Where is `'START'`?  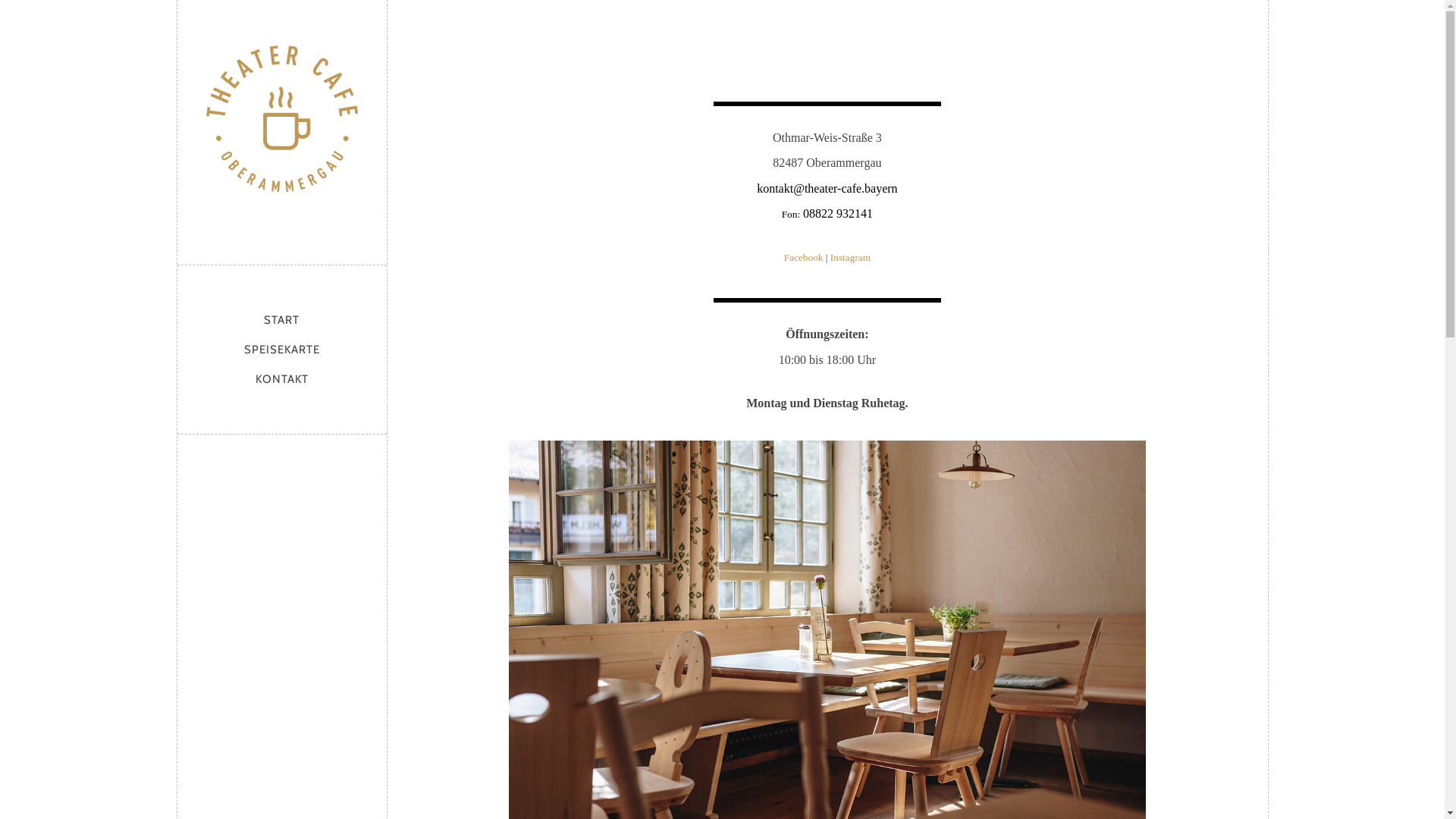 'START' is located at coordinates (258, 318).